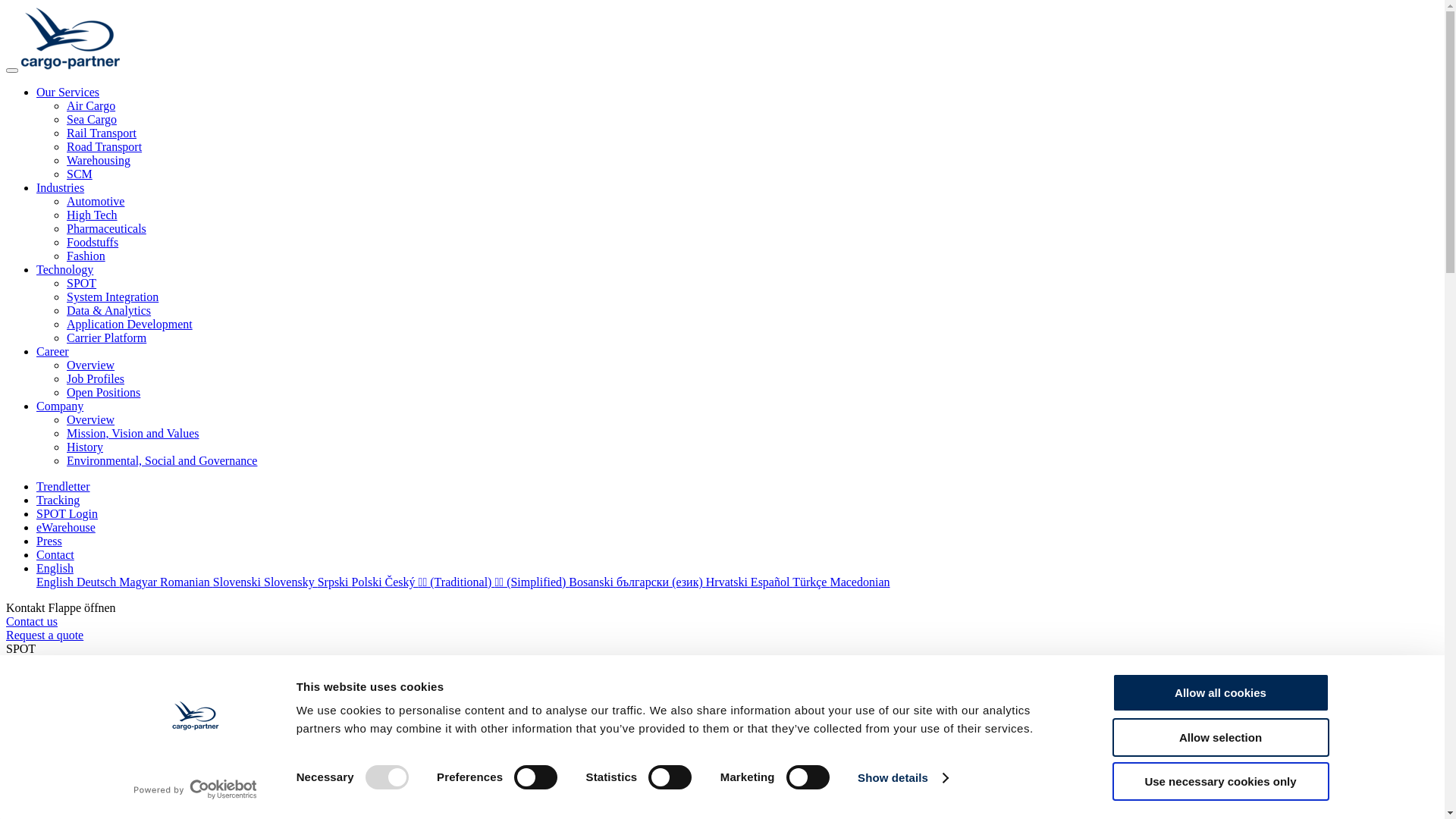  What do you see at coordinates (79, 173) in the screenshot?
I see `'SCM'` at bounding box center [79, 173].